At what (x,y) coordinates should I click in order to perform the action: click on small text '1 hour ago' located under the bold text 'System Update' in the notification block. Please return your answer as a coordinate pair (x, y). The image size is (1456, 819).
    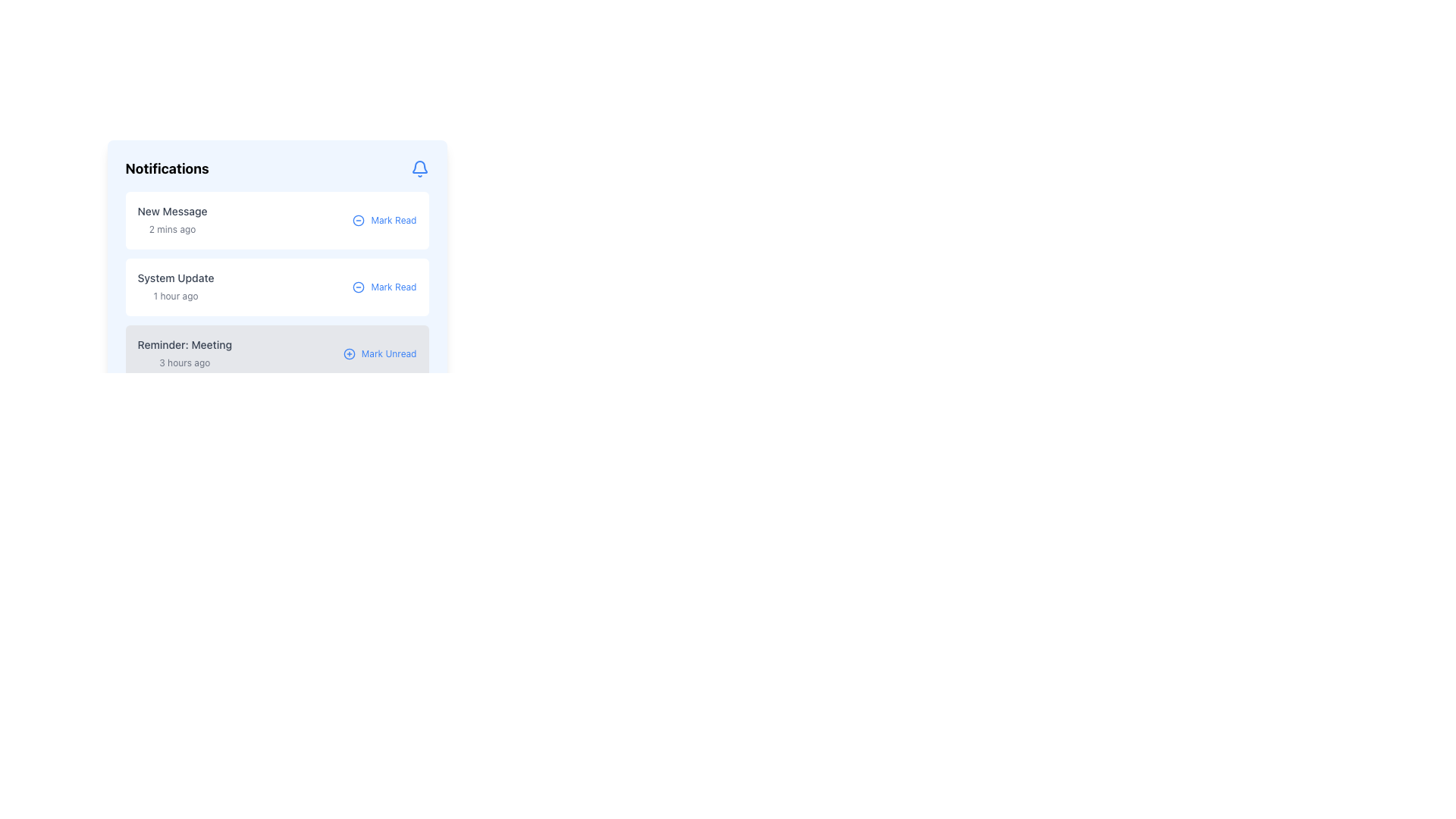
    Looking at the image, I should click on (176, 296).